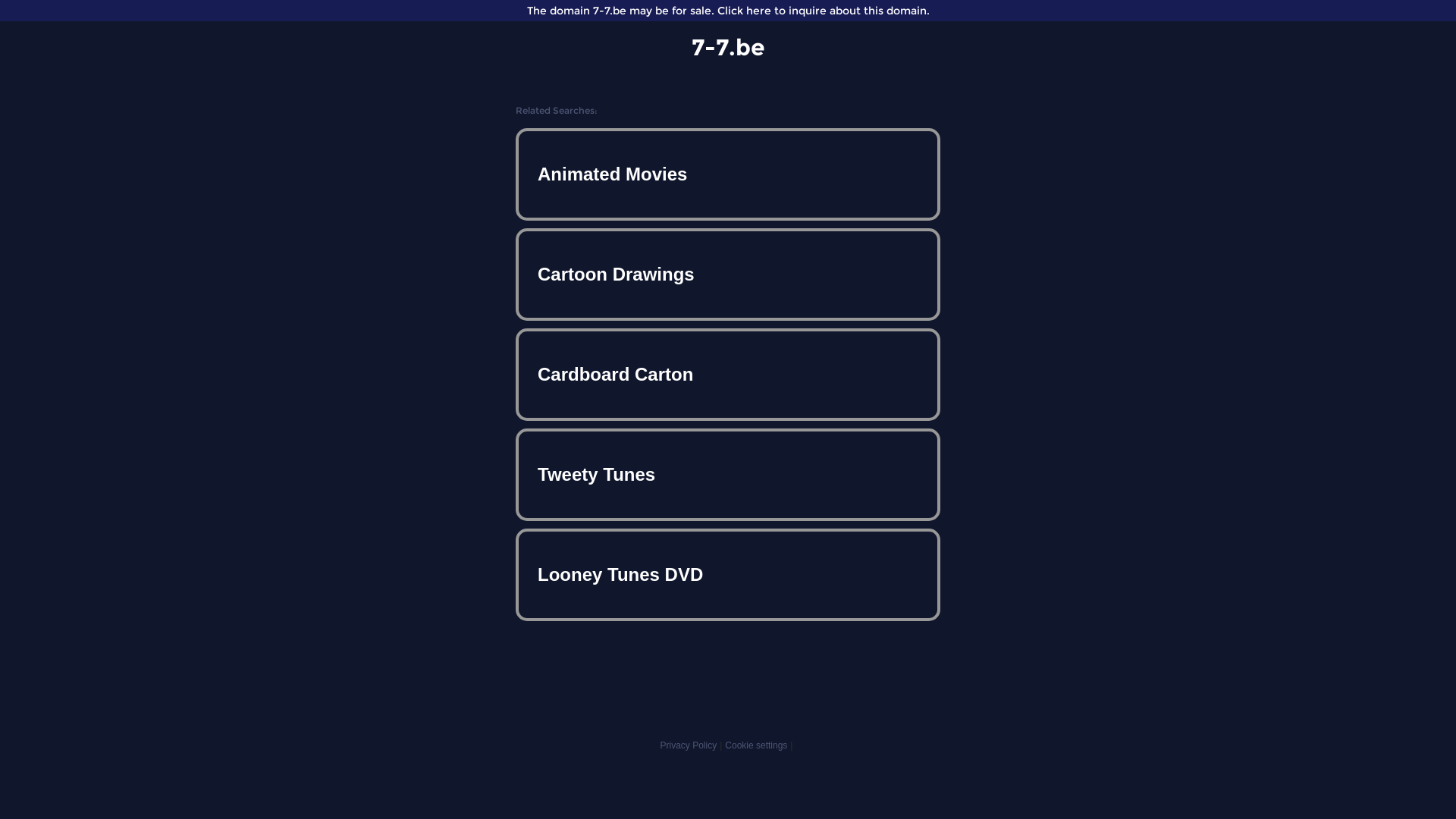 The image size is (1456, 819). I want to click on 'Looney Tunes DVD', so click(519, 575).